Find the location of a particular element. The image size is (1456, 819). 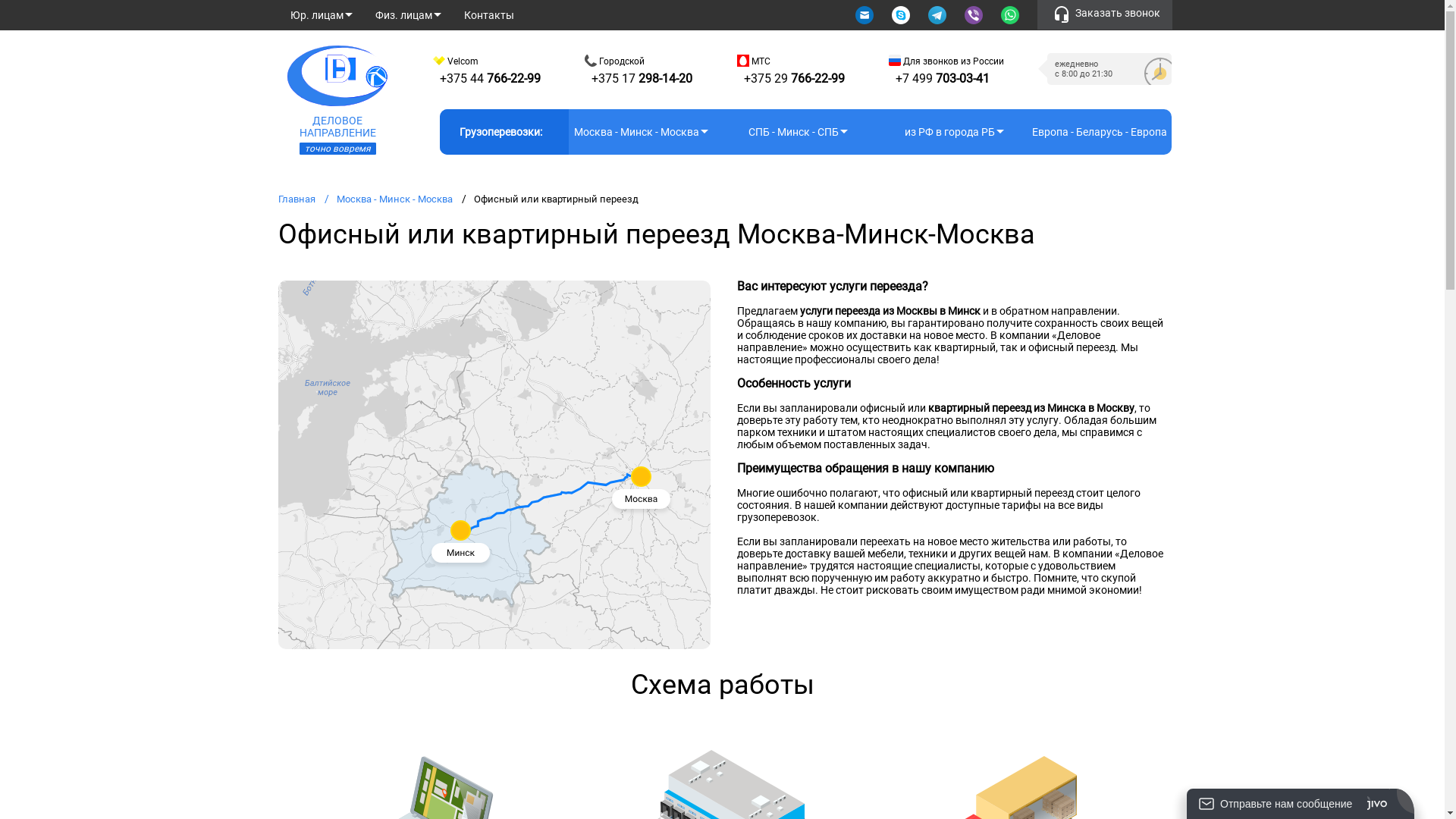

'Viber' is located at coordinates (964, 14).